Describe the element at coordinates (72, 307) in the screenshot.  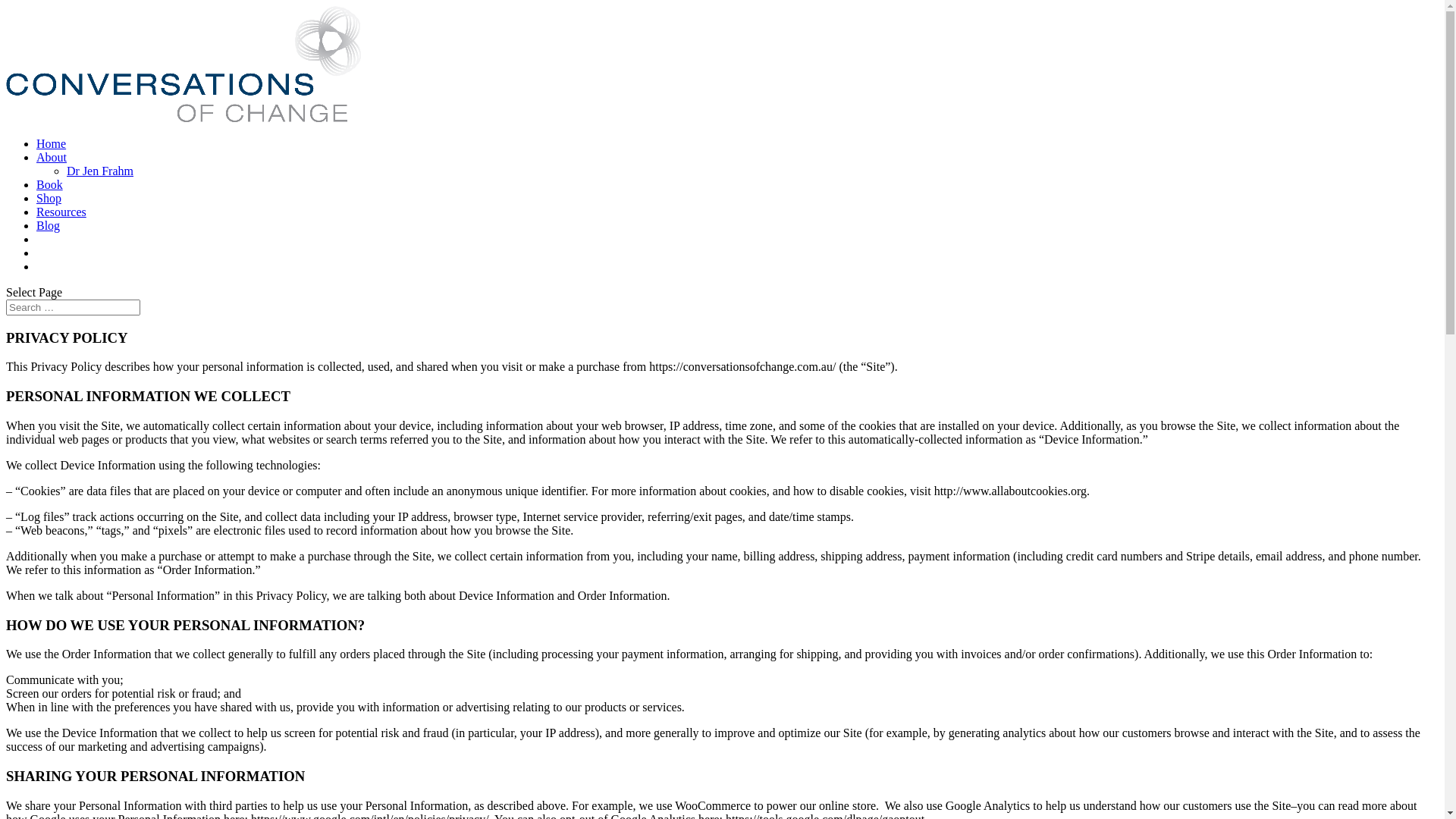
I see `'Search for:'` at that location.